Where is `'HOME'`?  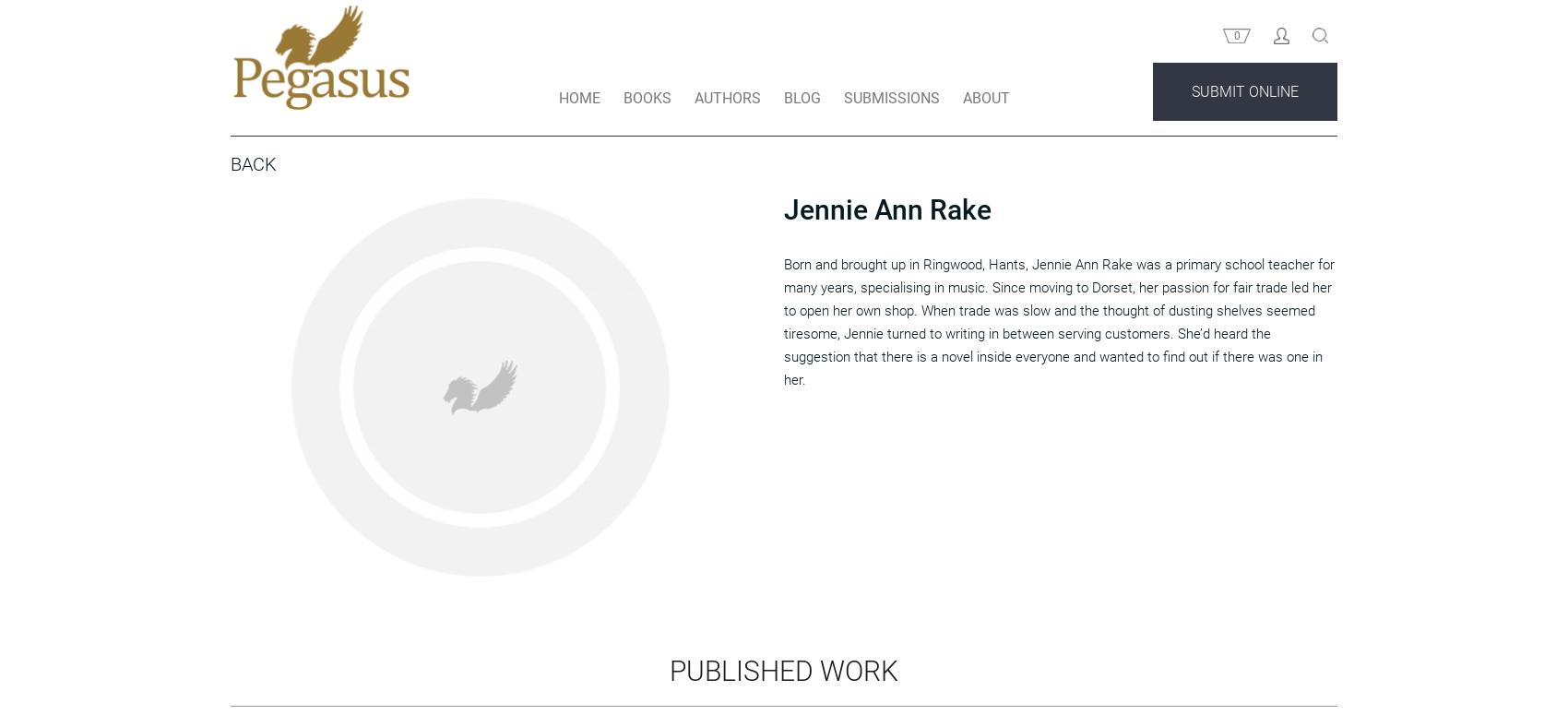 'HOME' is located at coordinates (577, 132).